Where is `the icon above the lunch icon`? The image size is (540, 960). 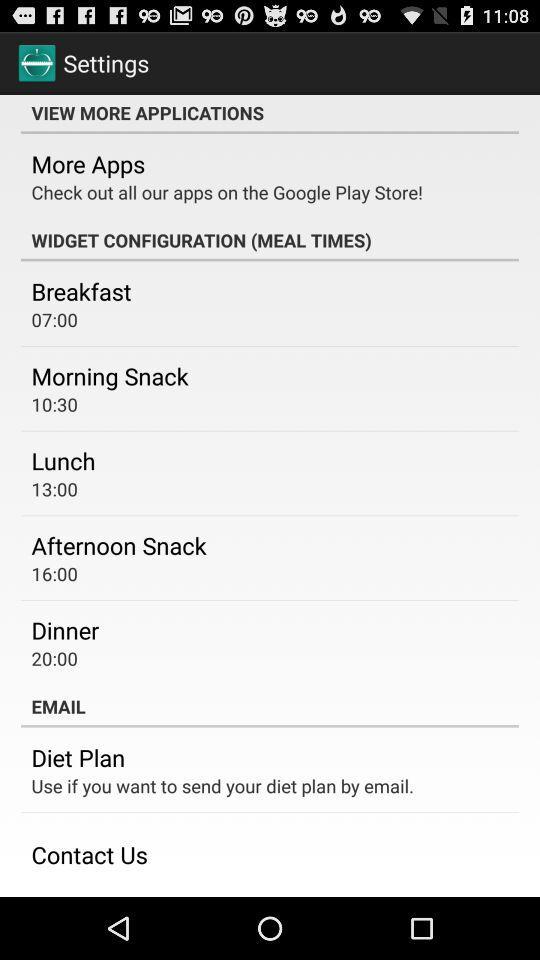 the icon above the lunch icon is located at coordinates (54, 403).